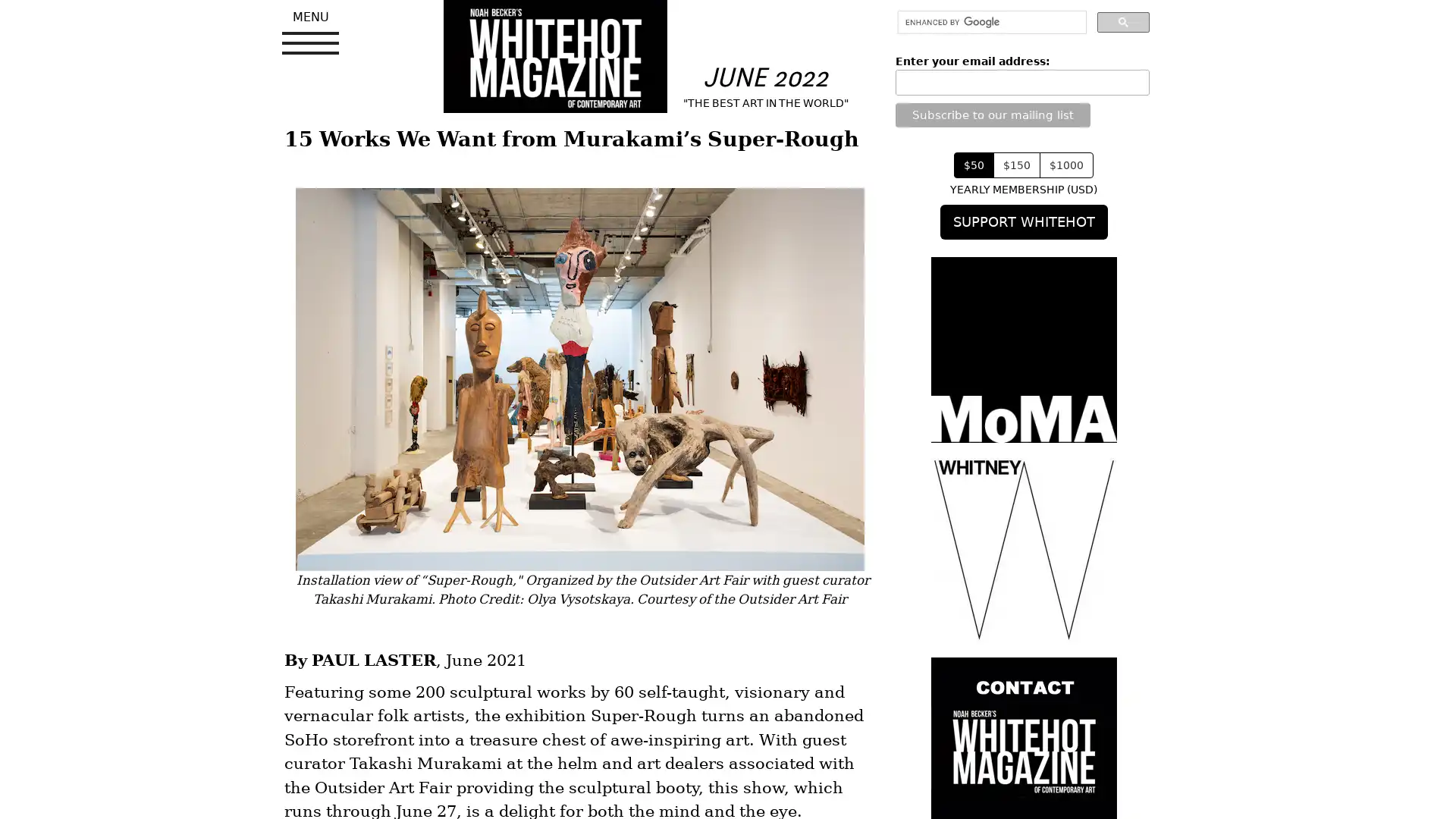  I want to click on Subscribe to our mailing list, so click(992, 113).